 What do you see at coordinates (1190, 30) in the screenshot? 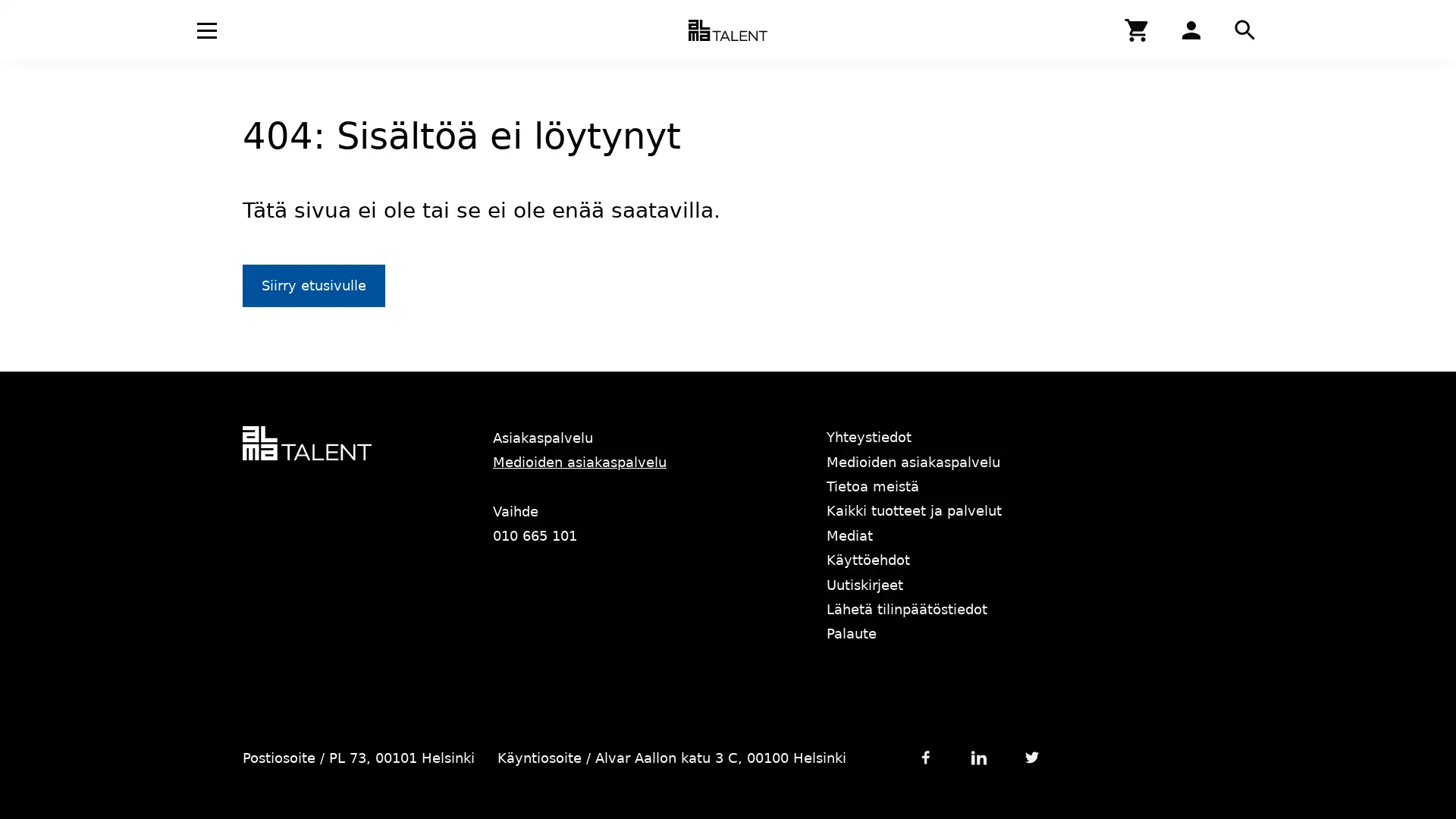
I see `Hae` at bounding box center [1190, 30].